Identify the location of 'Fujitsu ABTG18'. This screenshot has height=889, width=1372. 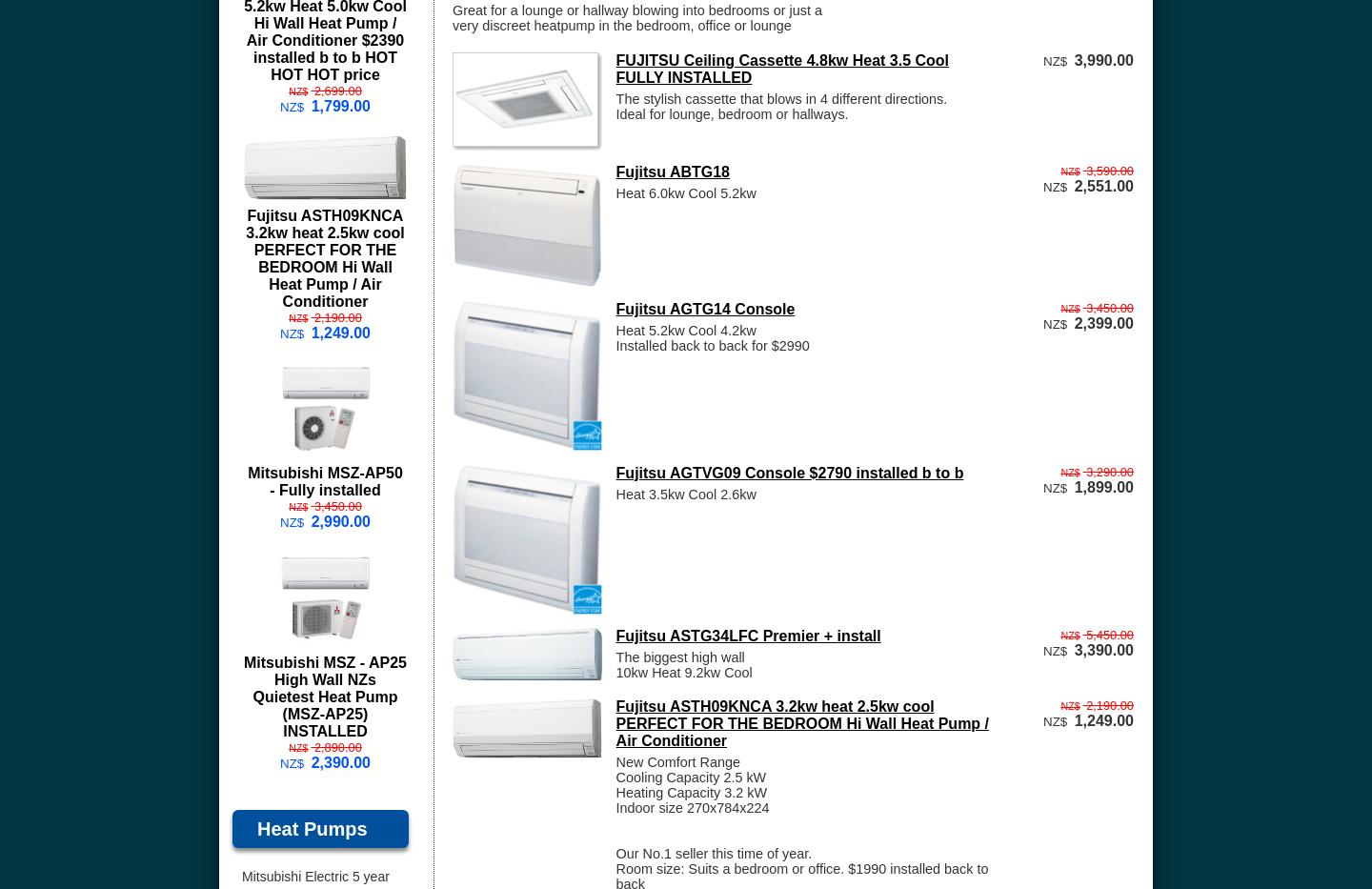
(614, 171).